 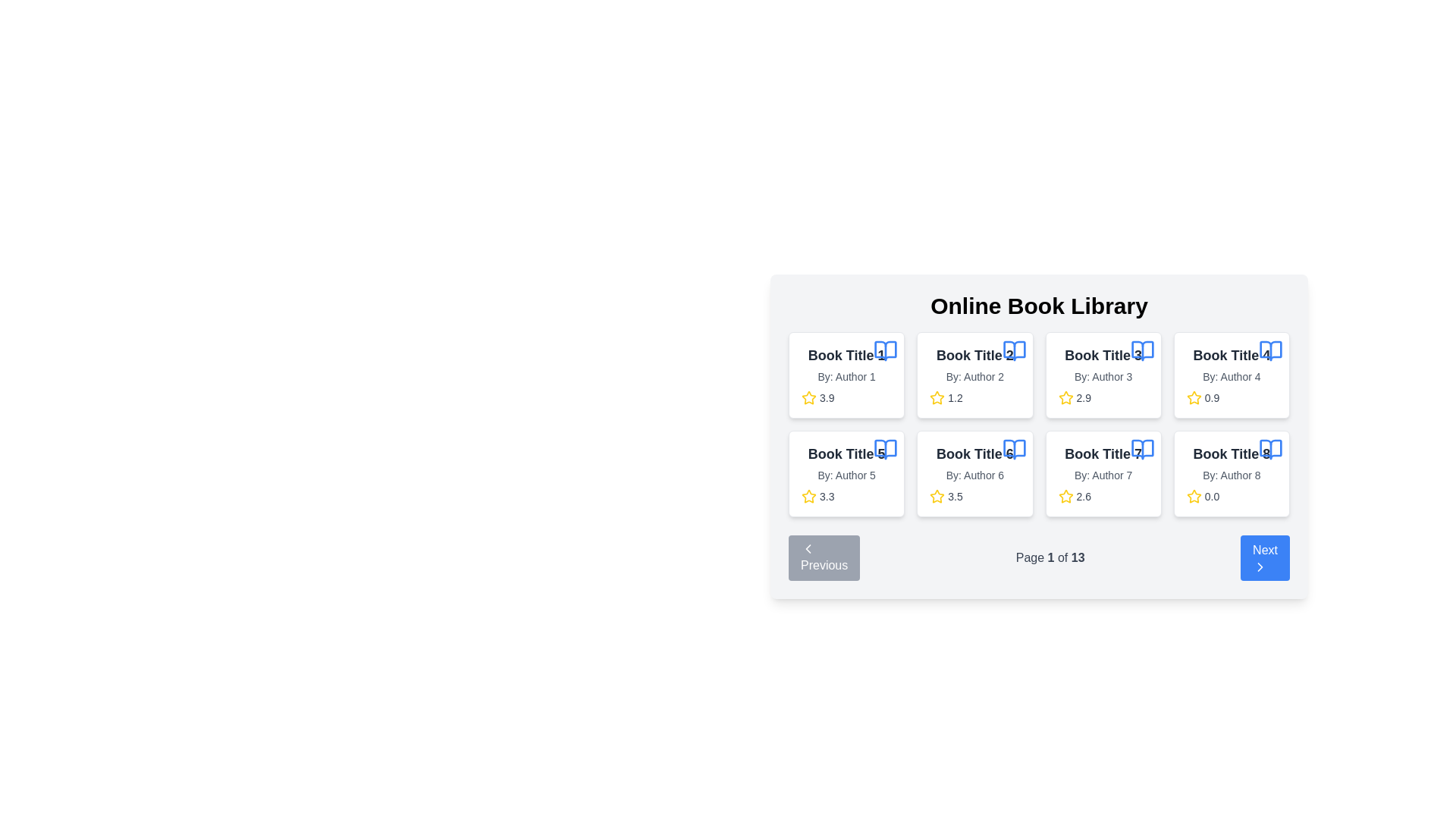 I want to click on the title header of the book, which is located, so click(x=974, y=453).